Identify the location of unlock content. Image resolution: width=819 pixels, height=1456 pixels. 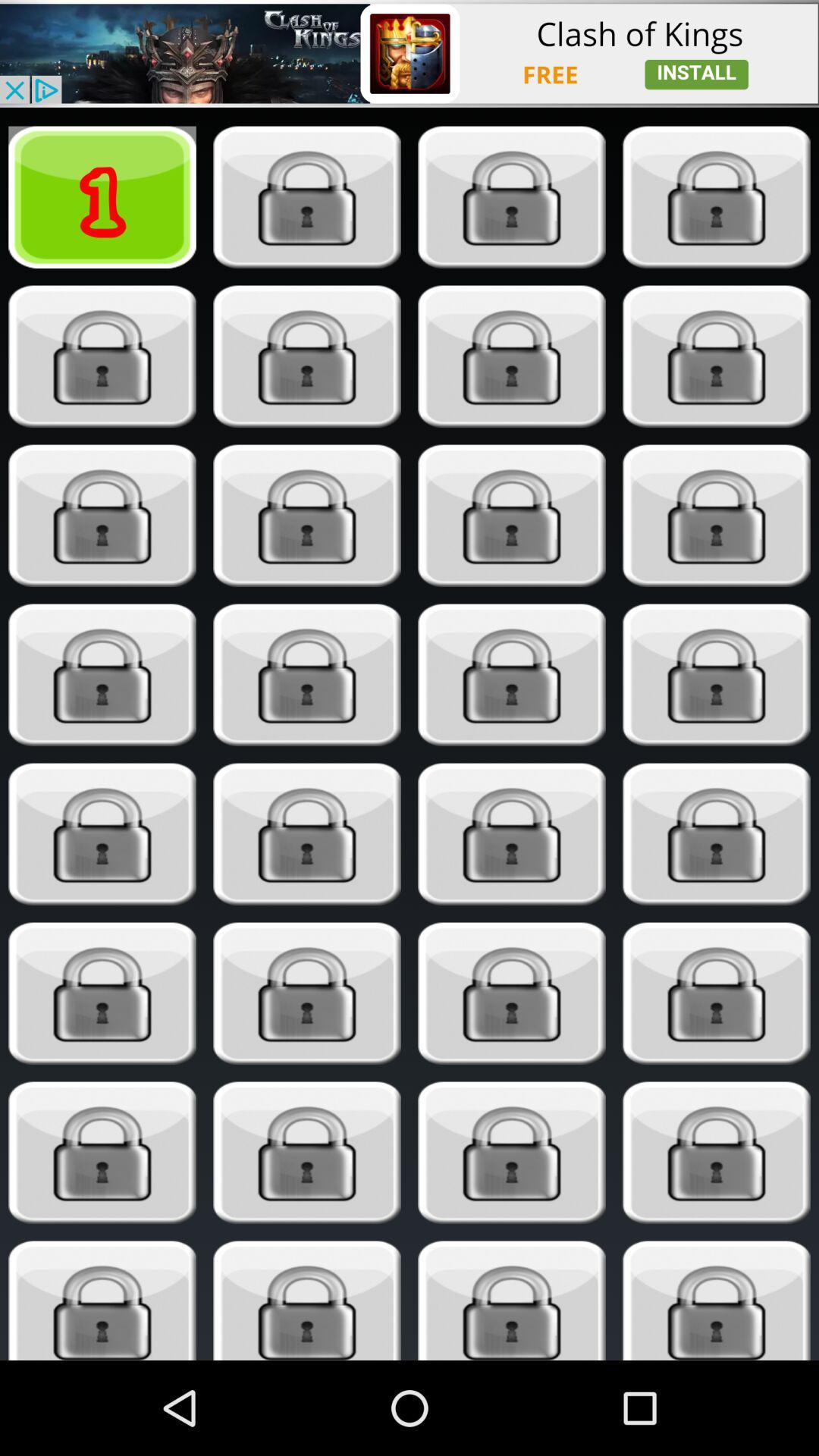
(512, 993).